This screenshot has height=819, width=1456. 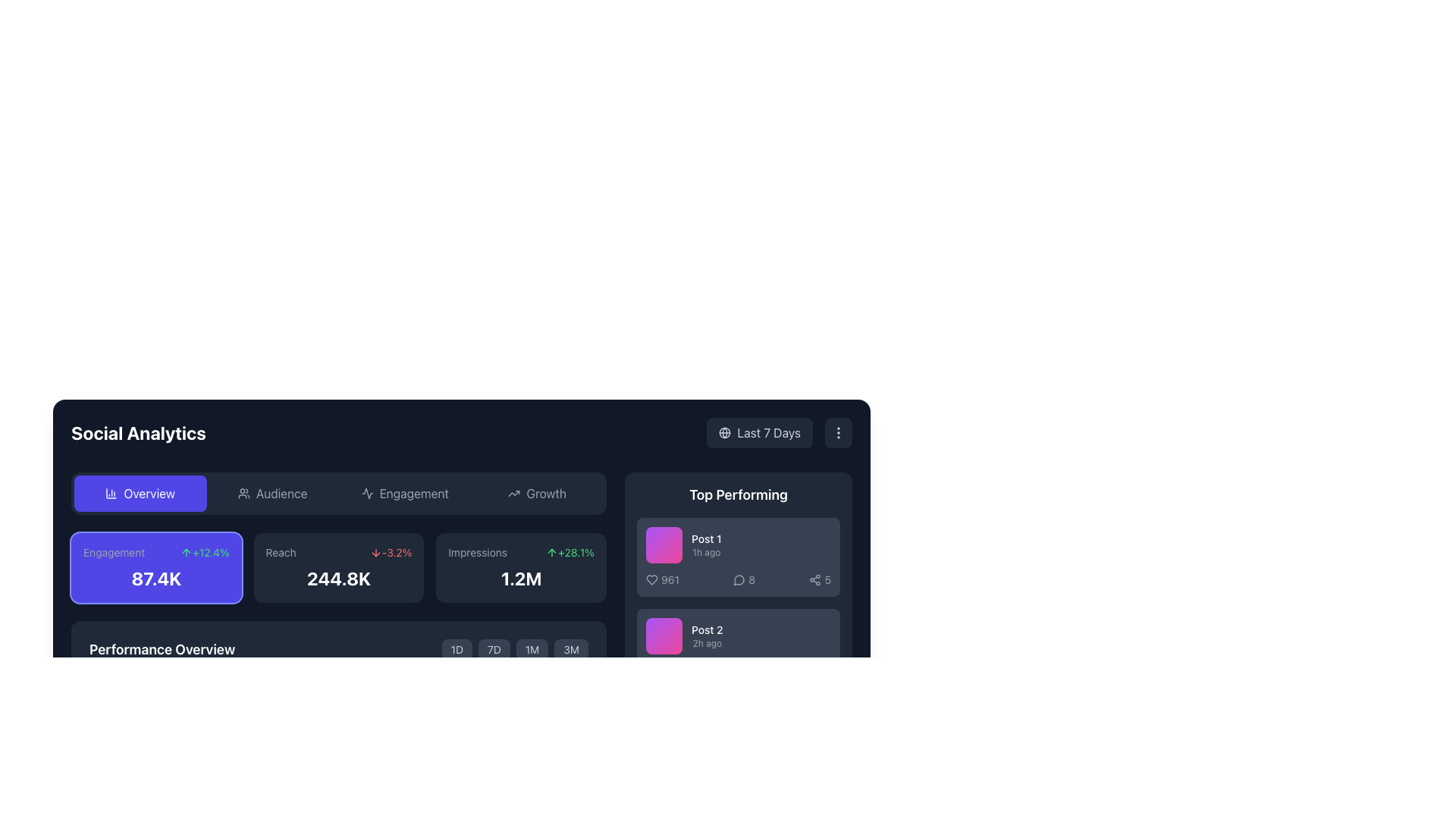 What do you see at coordinates (111, 494) in the screenshot?
I see `the chart or analytics overview icon located on the left side of the 'Overview' button at the top left of the main content area` at bounding box center [111, 494].